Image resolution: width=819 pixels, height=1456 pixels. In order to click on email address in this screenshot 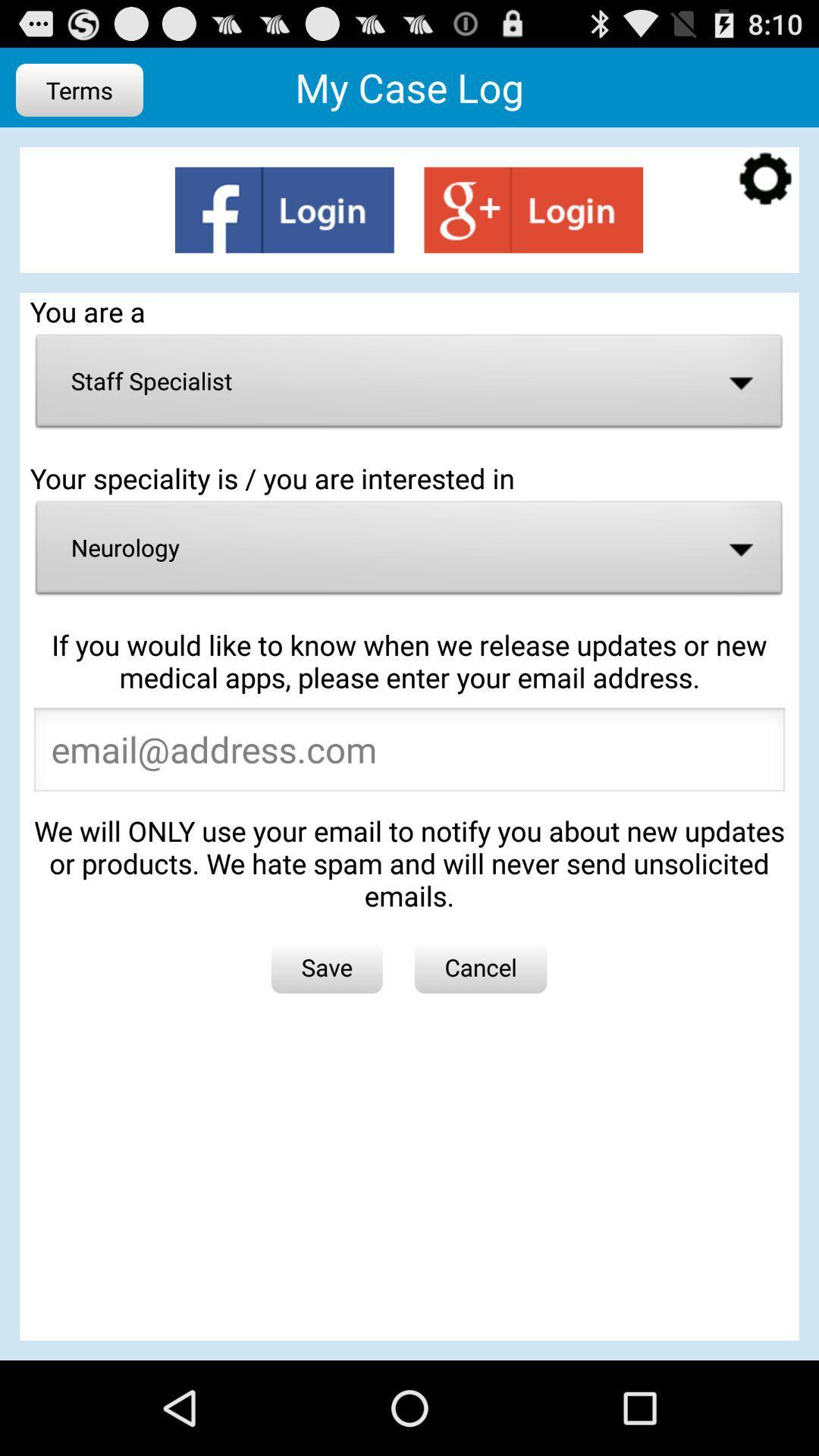, I will do `click(409, 754)`.